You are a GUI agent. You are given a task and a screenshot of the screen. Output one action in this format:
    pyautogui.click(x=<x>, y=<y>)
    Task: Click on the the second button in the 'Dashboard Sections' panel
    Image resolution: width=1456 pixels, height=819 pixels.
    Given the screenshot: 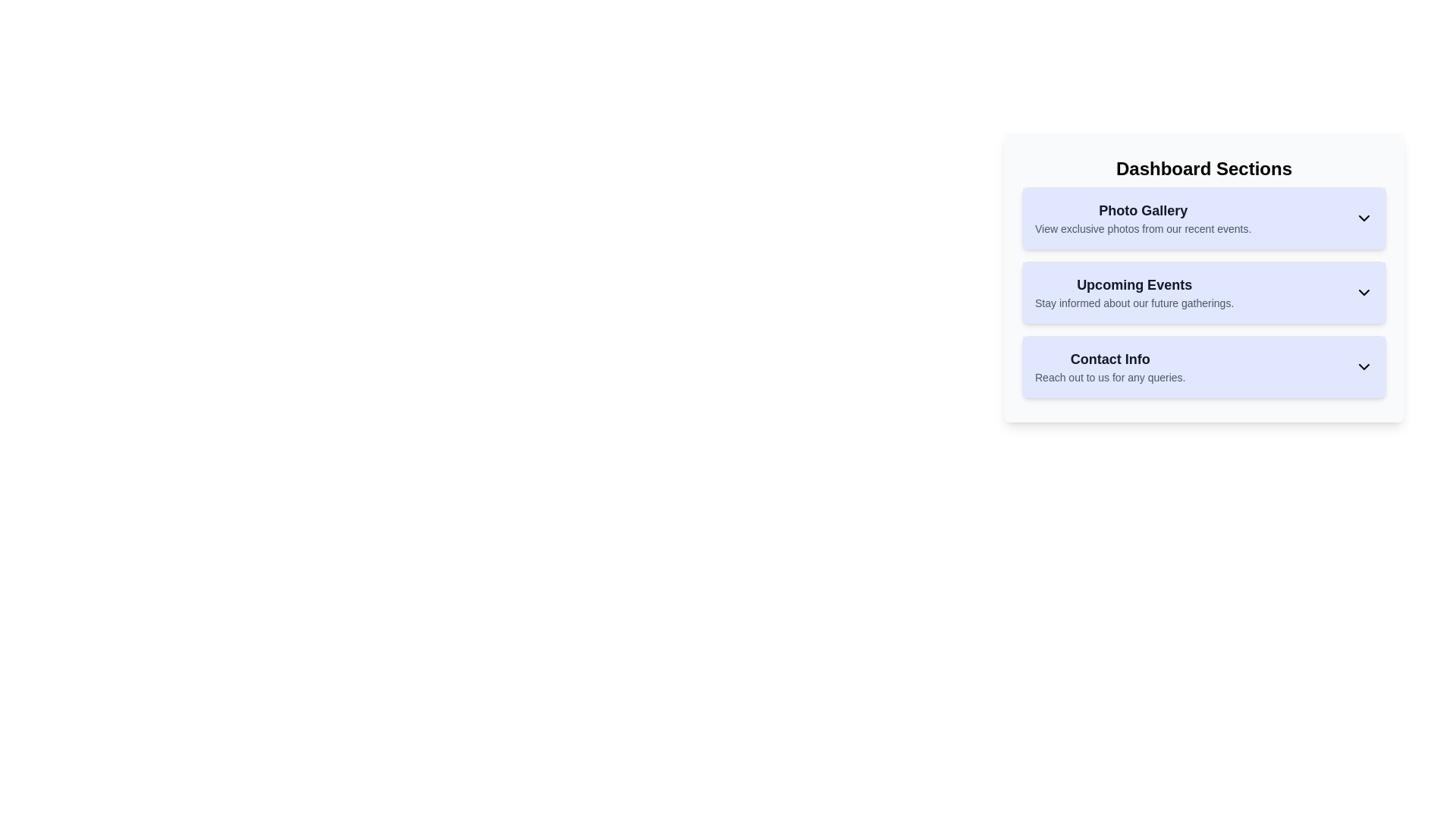 What is the action you would take?
    pyautogui.click(x=1203, y=292)
    